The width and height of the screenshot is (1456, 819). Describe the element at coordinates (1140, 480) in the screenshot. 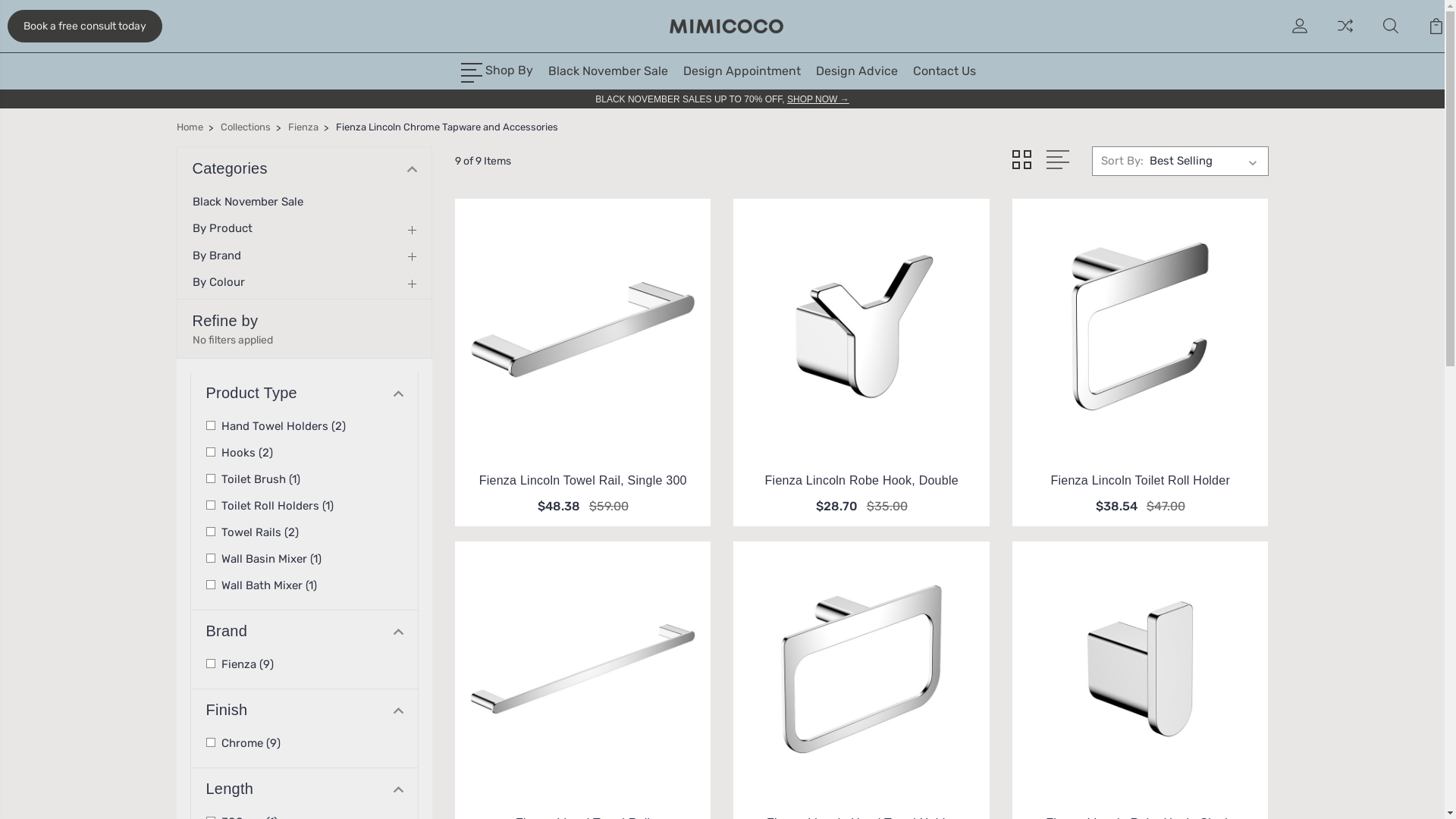

I see `'Fienza Lincoln Toilet Roll Holder'` at that location.